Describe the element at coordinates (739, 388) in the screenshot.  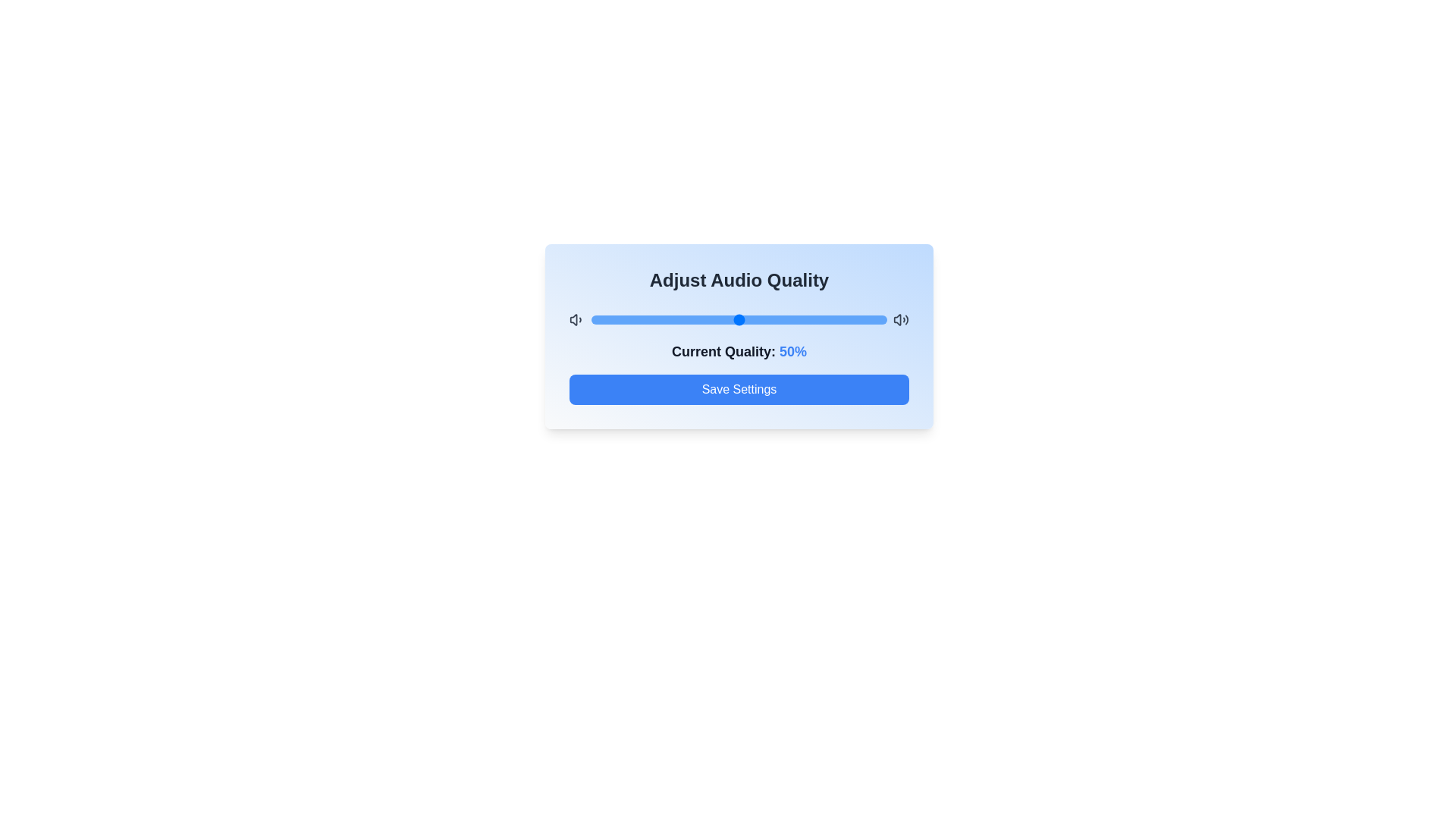
I see `'Save Settings' button to save the selected audio quality` at that location.